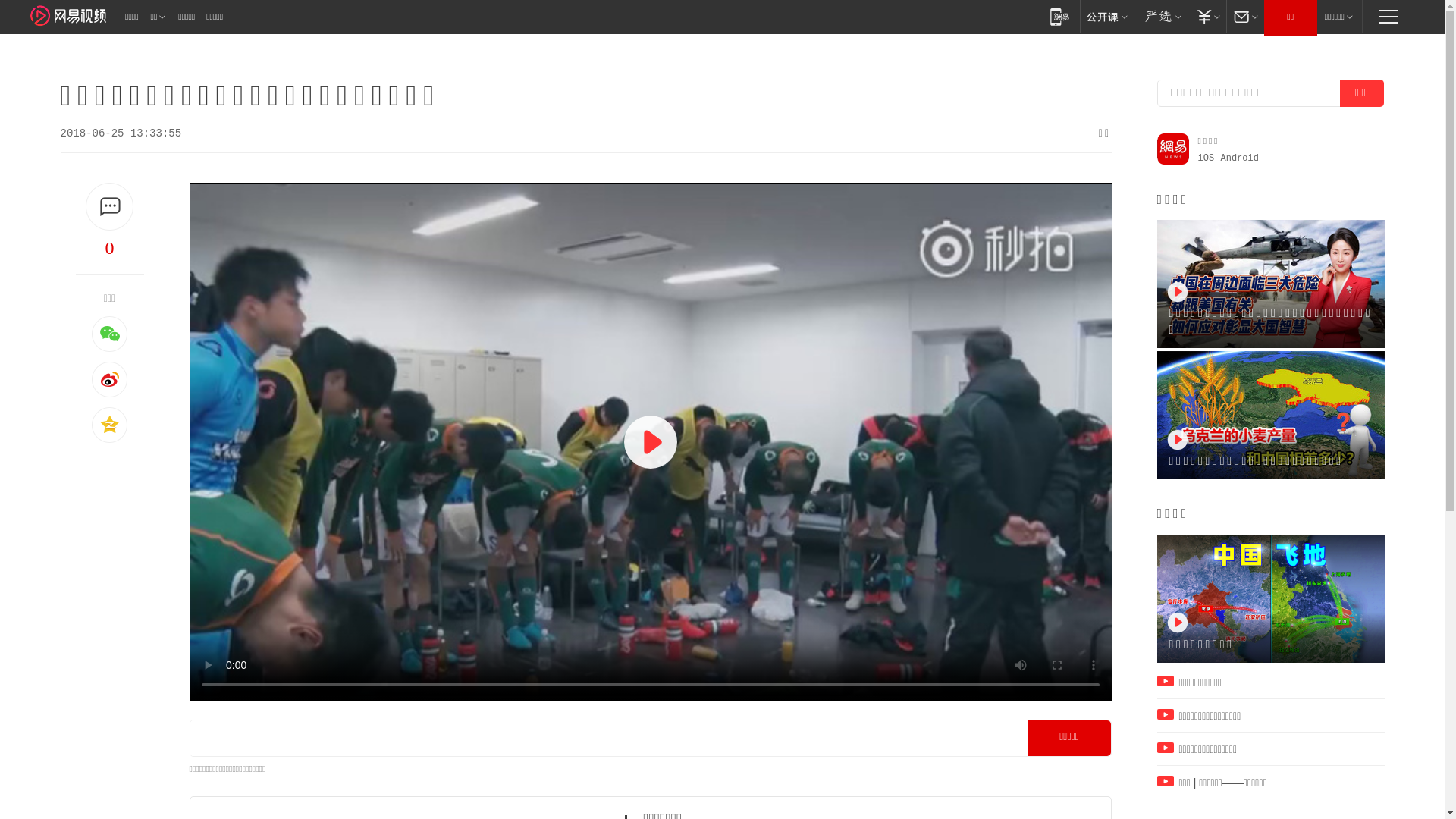 This screenshot has height=819, width=1456. I want to click on 'iOS', so click(1205, 158).